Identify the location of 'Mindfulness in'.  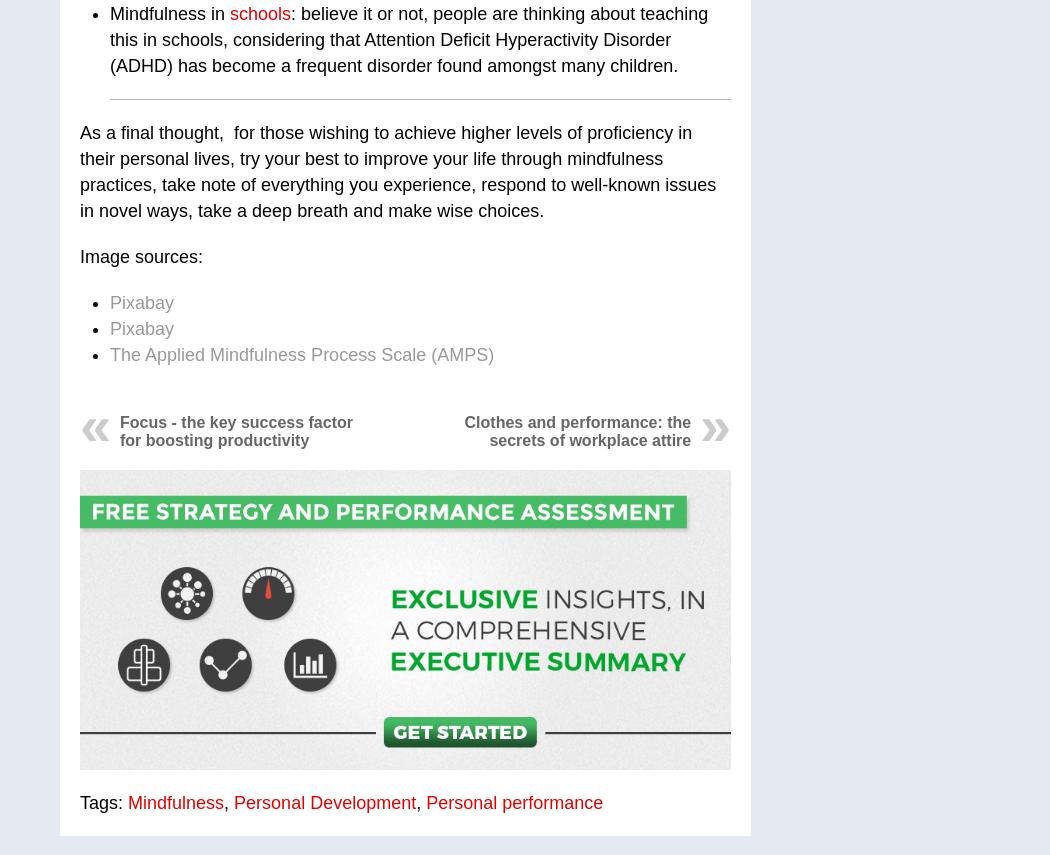
(169, 12).